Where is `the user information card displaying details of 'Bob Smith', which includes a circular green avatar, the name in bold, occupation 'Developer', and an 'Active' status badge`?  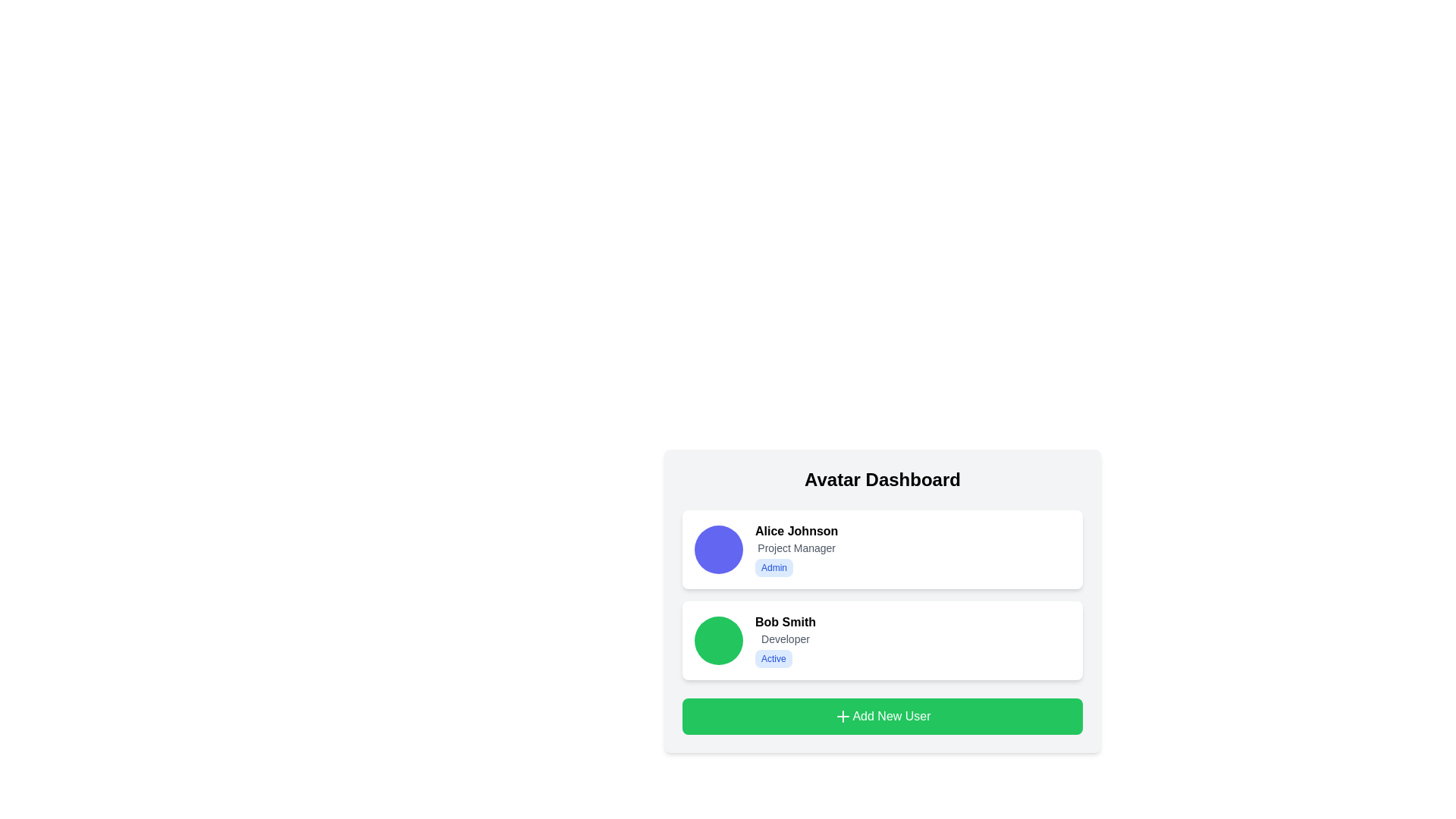
the user information card displaying details of 'Bob Smith', which includes a circular green avatar, the name in bold, occupation 'Developer', and an 'Active' status badge is located at coordinates (882, 640).